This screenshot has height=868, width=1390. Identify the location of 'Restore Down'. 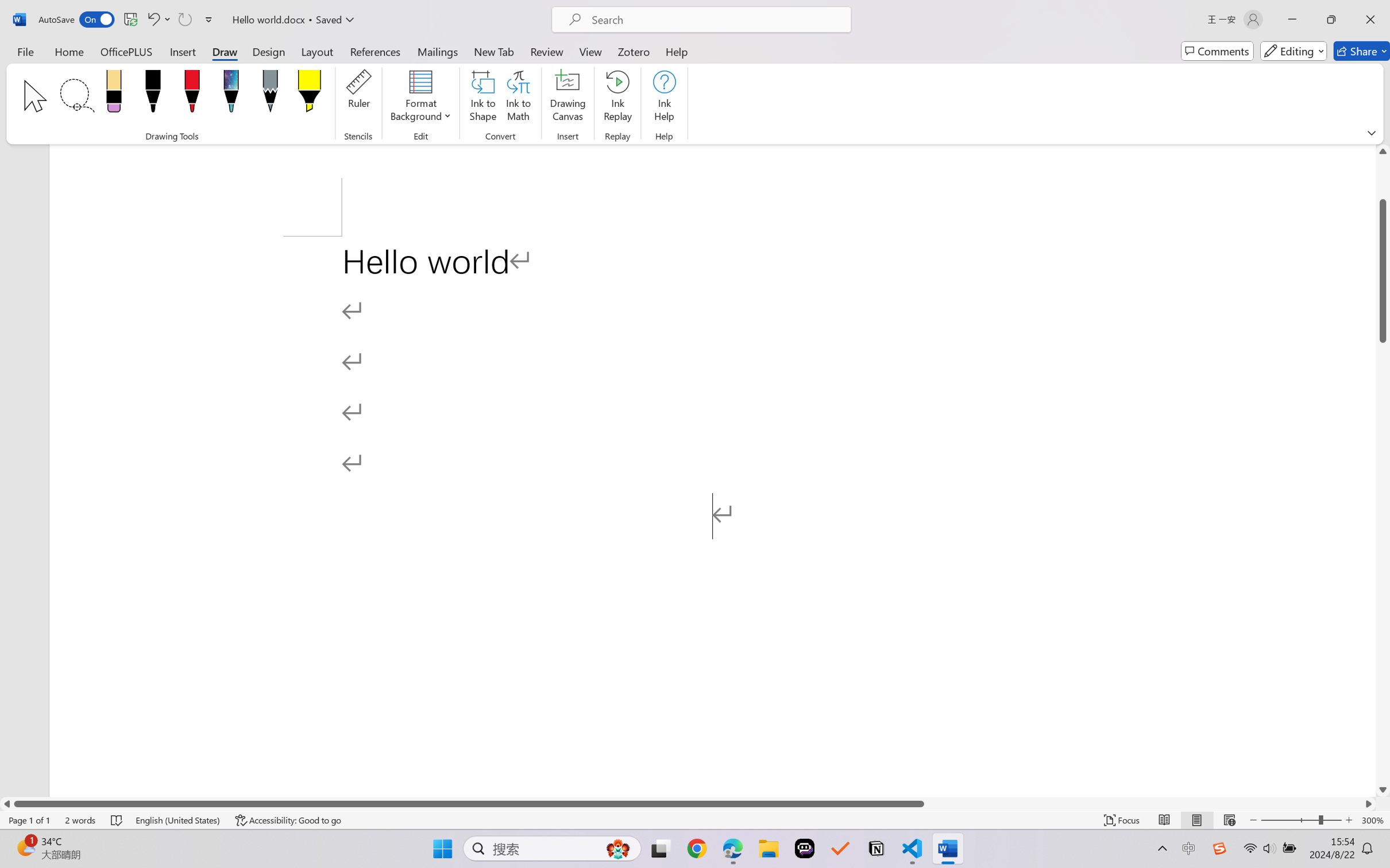
(1331, 19).